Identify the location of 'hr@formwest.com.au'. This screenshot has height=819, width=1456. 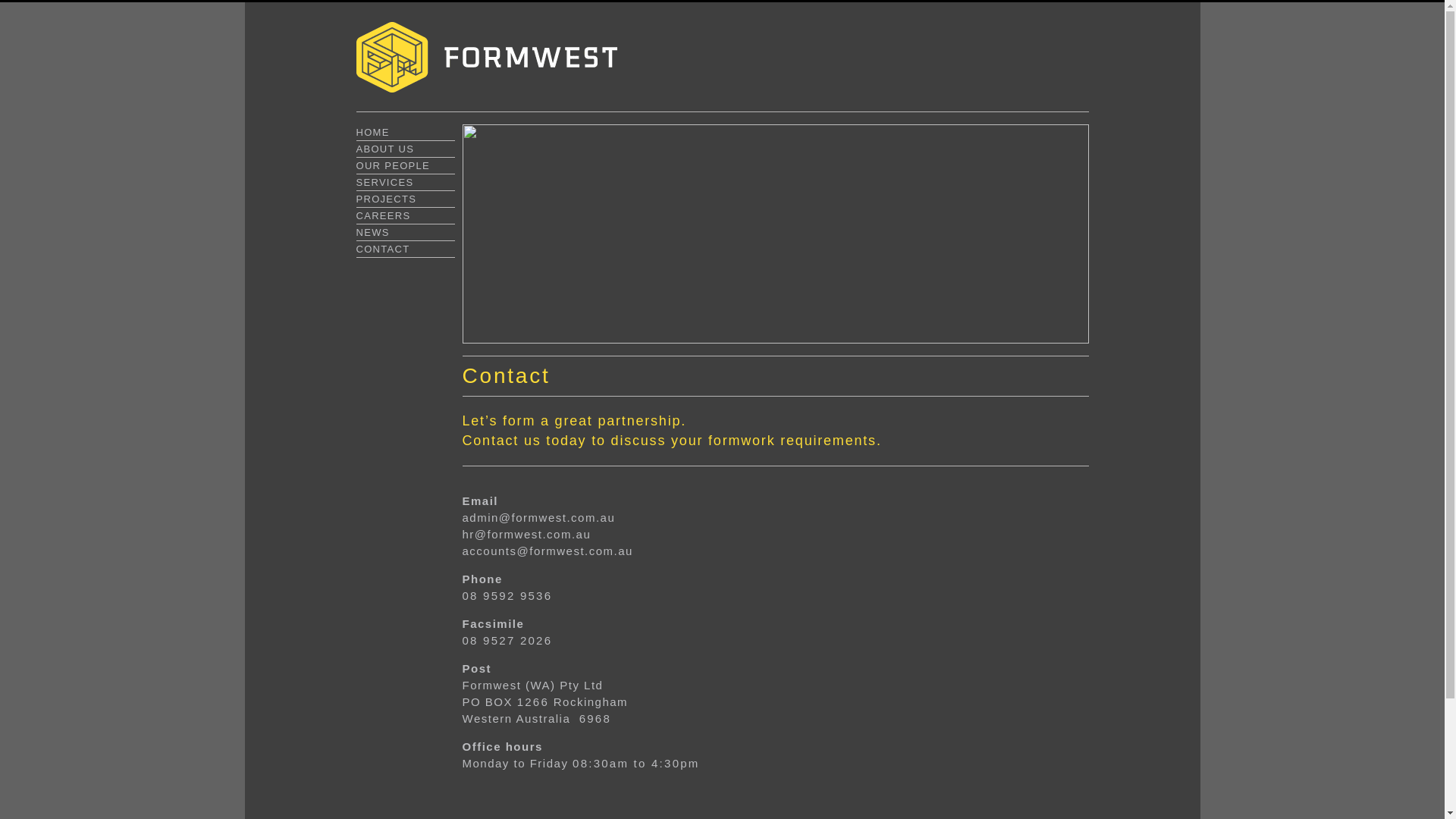
(527, 533).